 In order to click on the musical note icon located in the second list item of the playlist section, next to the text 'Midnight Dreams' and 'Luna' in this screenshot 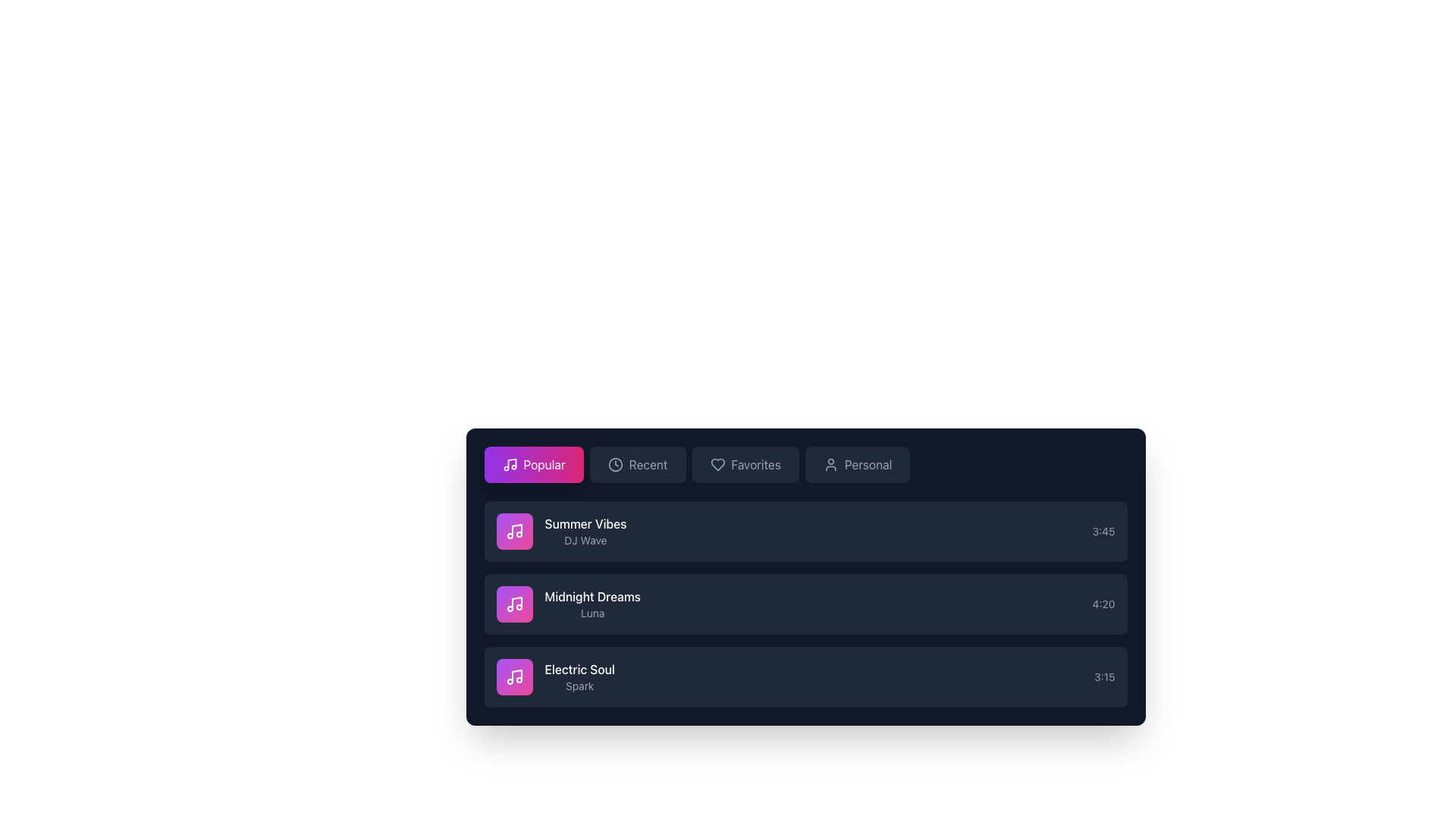, I will do `click(516, 602)`.